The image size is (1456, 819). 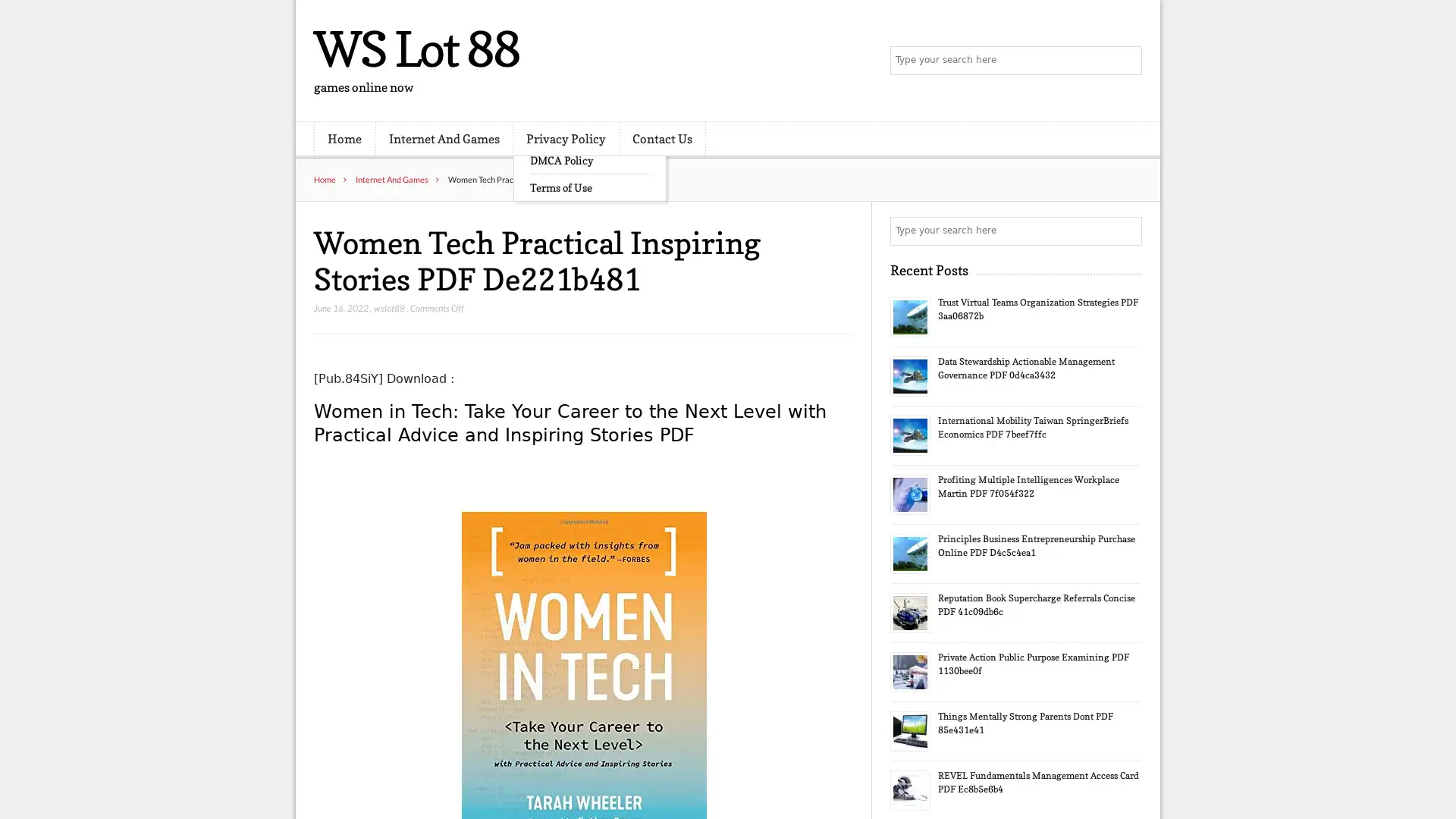 What do you see at coordinates (1126, 61) in the screenshot?
I see `Search` at bounding box center [1126, 61].